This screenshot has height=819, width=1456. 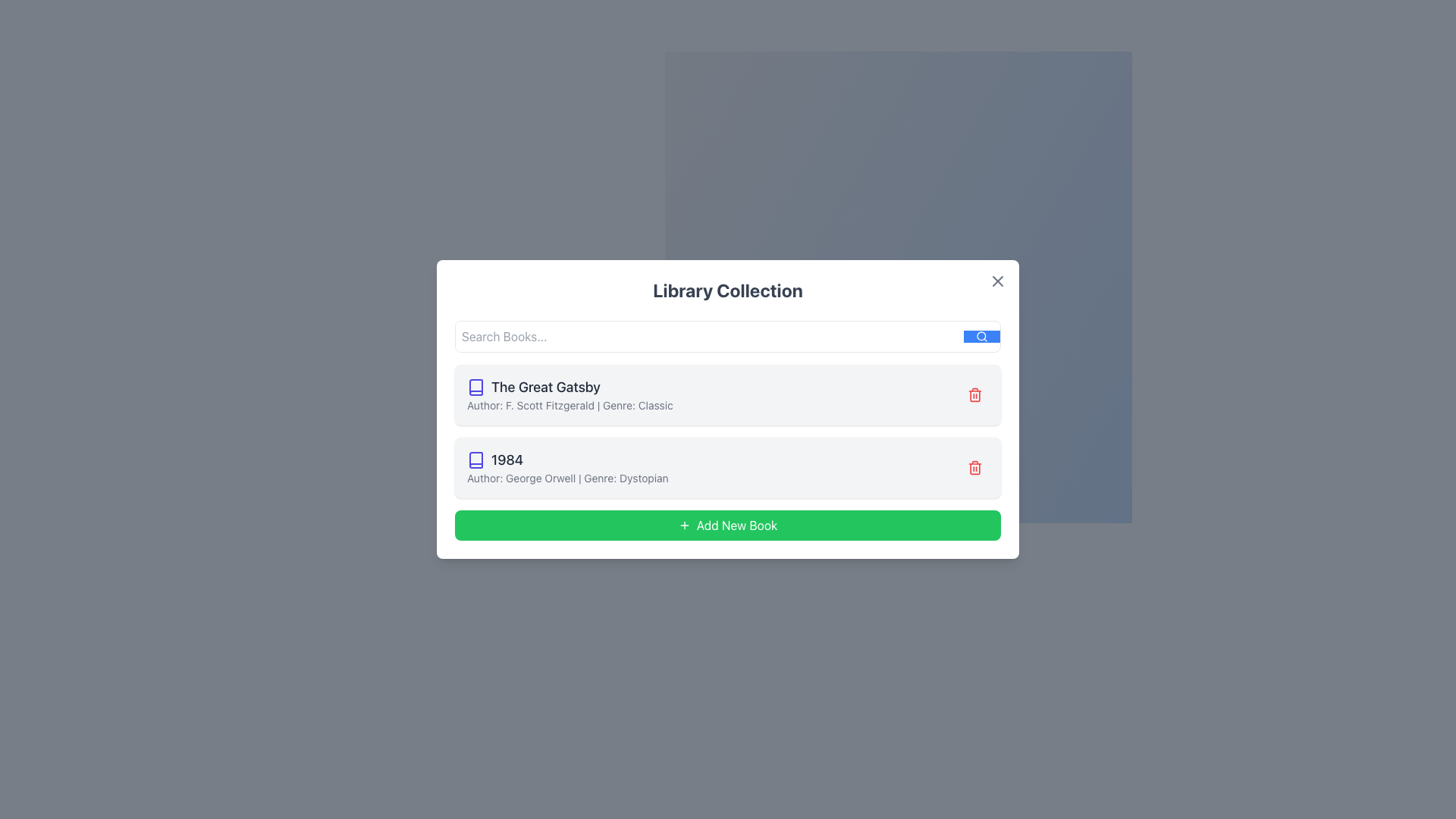 I want to click on the open book icon located to the left of the text 'The Great Gatsby' in the 'Library Collection' dialog box, so click(x=475, y=459).